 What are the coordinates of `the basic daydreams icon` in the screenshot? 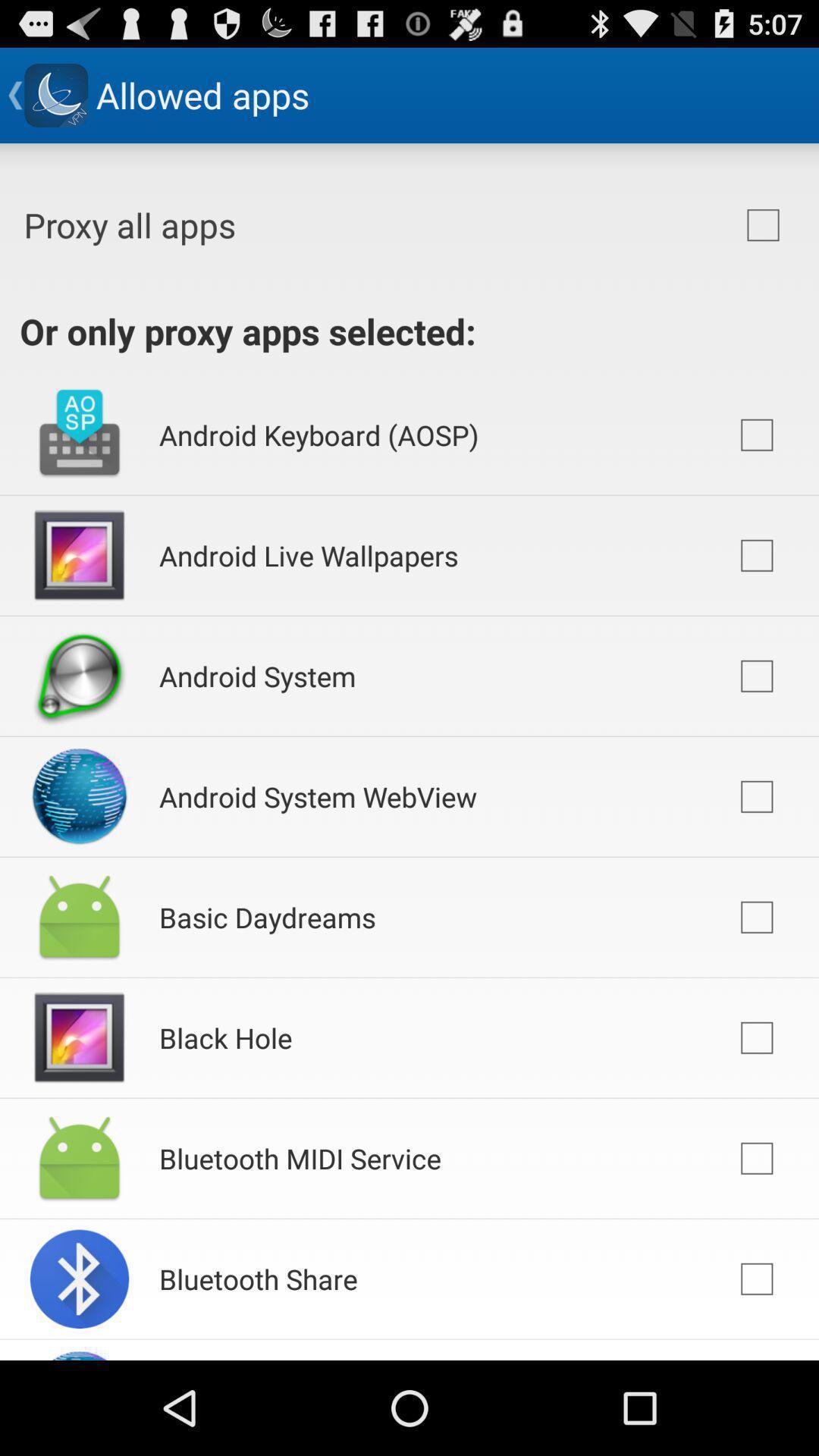 It's located at (266, 916).